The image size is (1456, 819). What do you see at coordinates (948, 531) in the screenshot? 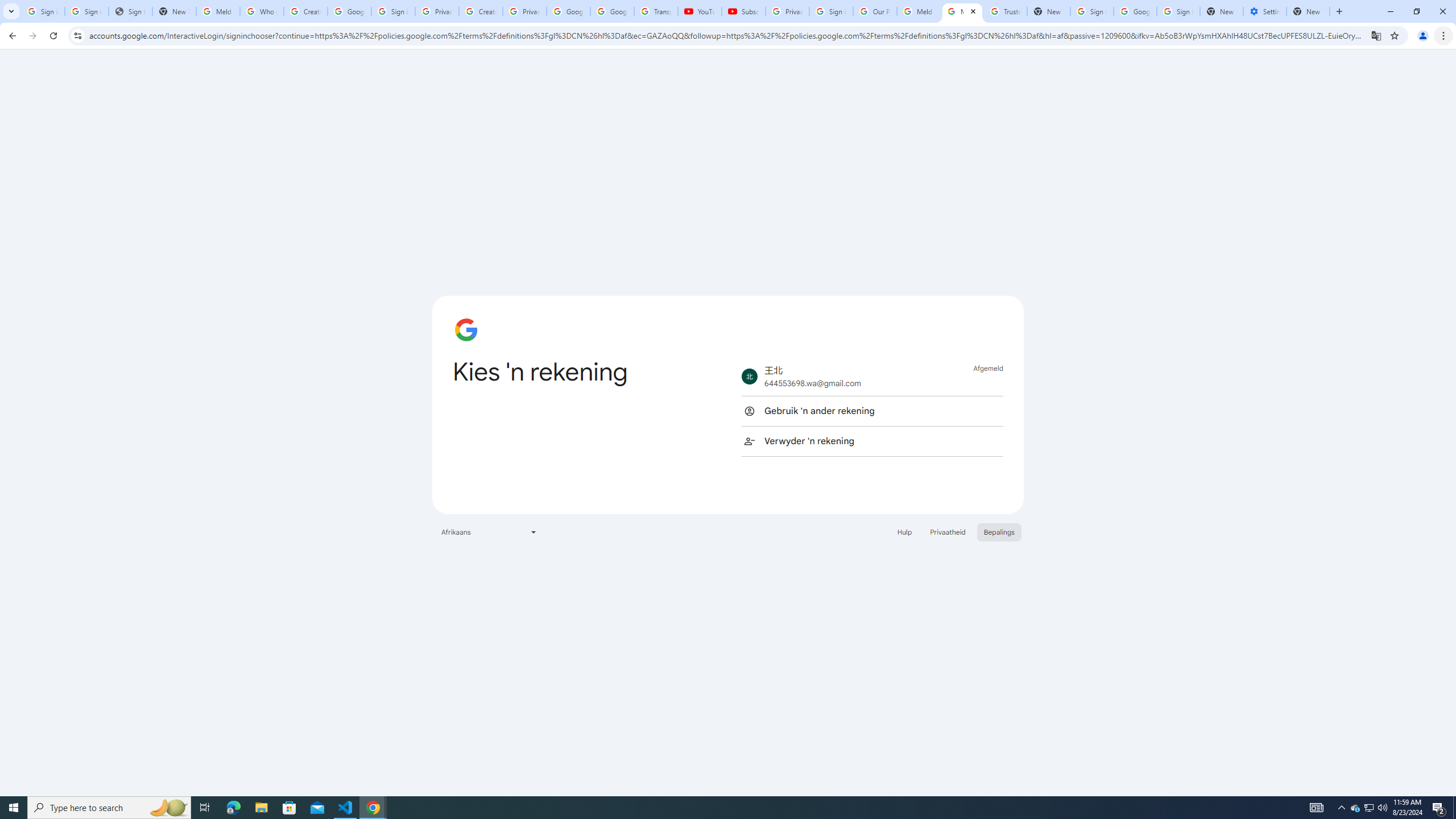
I see `'Privaatheid'` at bounding box center [948, 531].